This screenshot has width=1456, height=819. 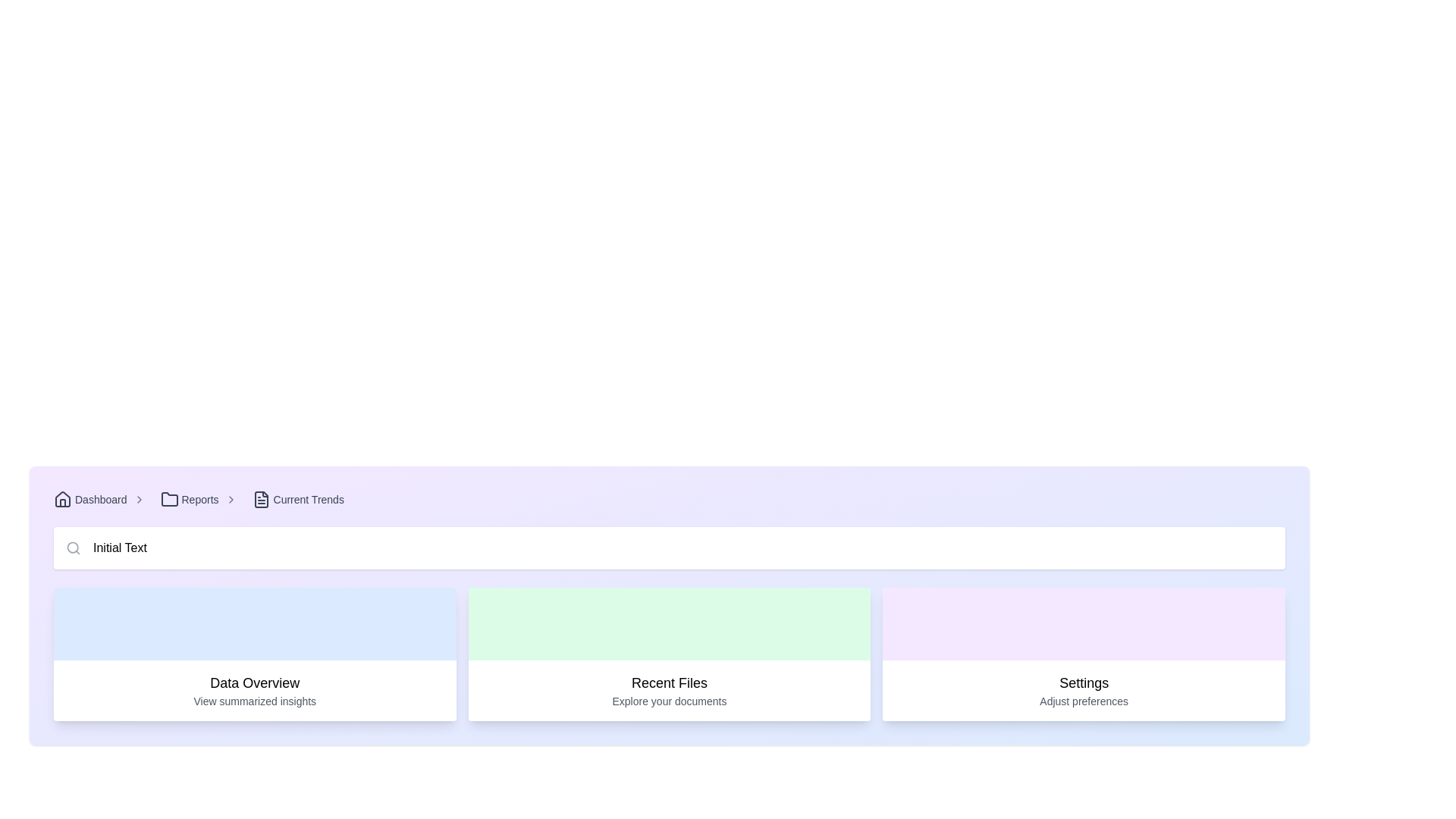 What do you see at coordinates (255, 654) in the screenshot?
I see `subelements inside the Informational card located in the top-left corner of the grid, which provides key insights or data highlights` at bounding box center [255, 654].